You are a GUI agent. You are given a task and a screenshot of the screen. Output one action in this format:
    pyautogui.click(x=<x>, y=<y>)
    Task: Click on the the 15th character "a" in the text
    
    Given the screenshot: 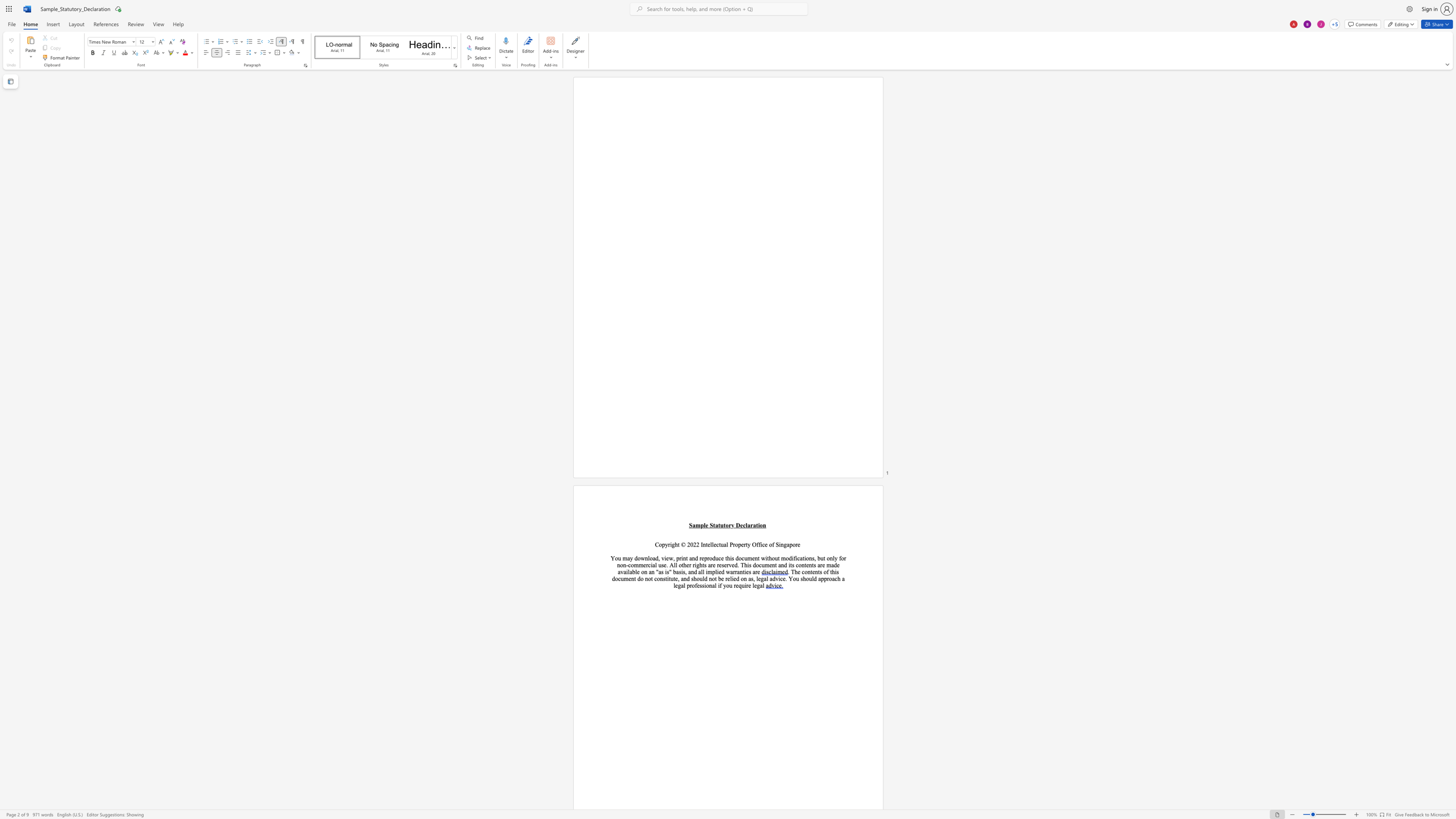 What is the action you would take?
    pyautogui.click(x=677, y=571)
    